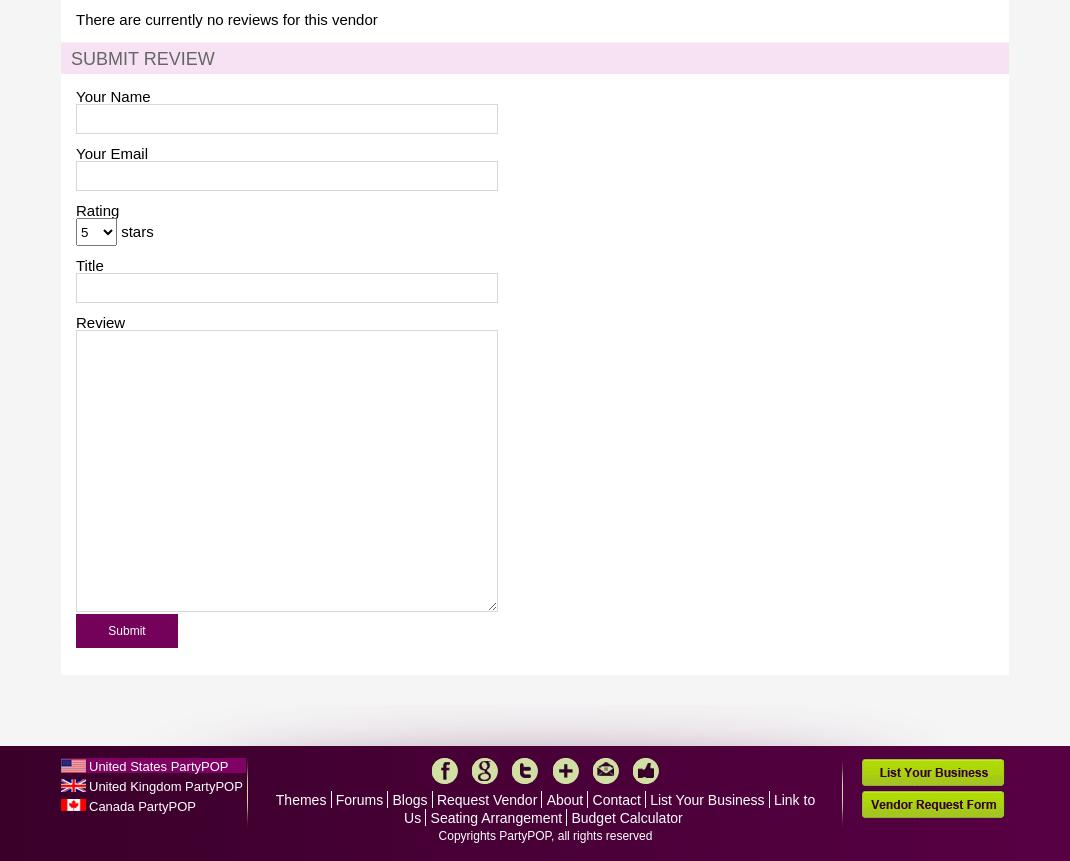 This screenshot has height=861, width=1070. Describe the element at coordinates (300, 800) in the screenshot. I see `'Themes'` at that location.